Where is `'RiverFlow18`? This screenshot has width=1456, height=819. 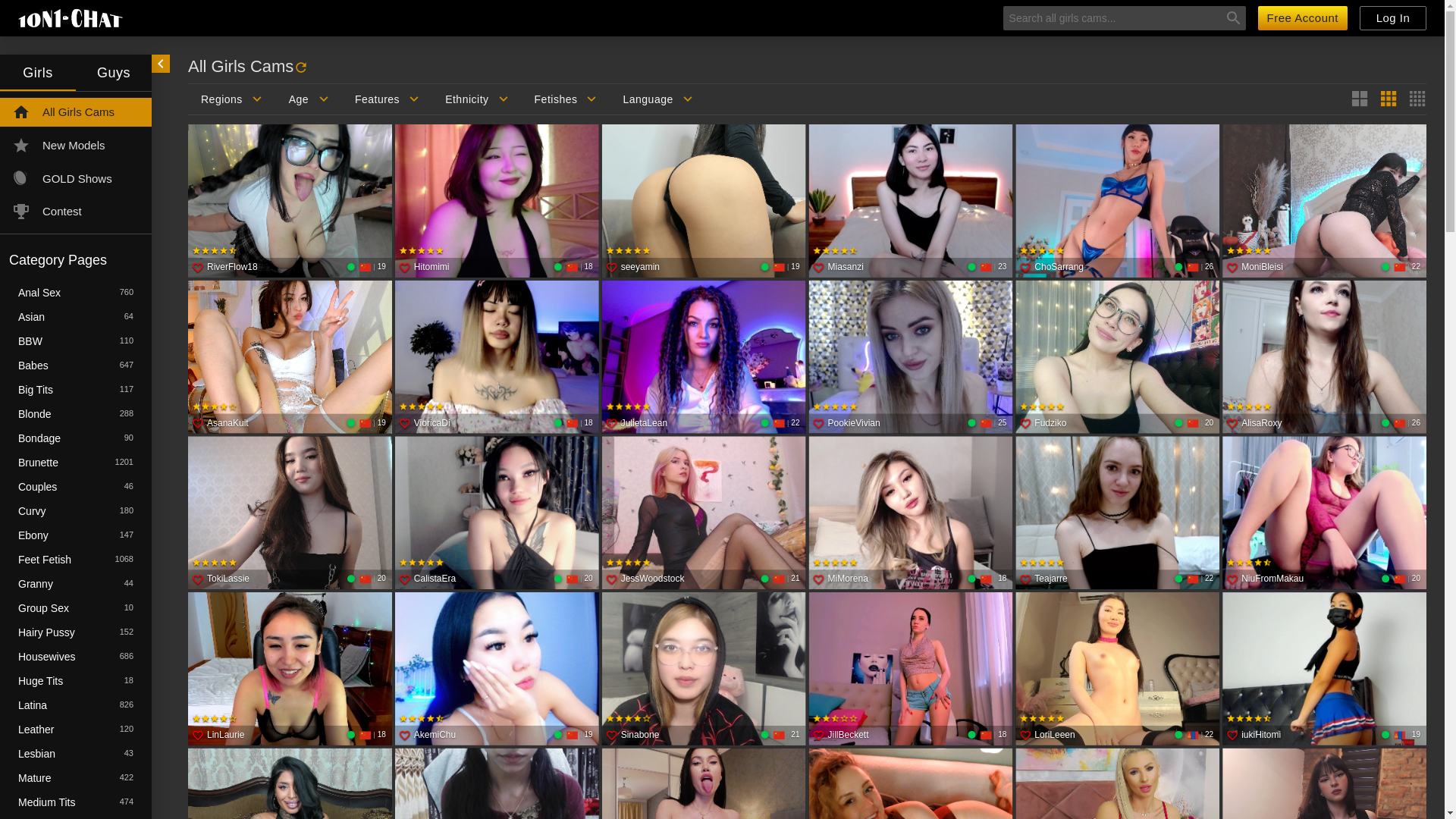
'RiverFlow18 is located at coordinates (290, 201).